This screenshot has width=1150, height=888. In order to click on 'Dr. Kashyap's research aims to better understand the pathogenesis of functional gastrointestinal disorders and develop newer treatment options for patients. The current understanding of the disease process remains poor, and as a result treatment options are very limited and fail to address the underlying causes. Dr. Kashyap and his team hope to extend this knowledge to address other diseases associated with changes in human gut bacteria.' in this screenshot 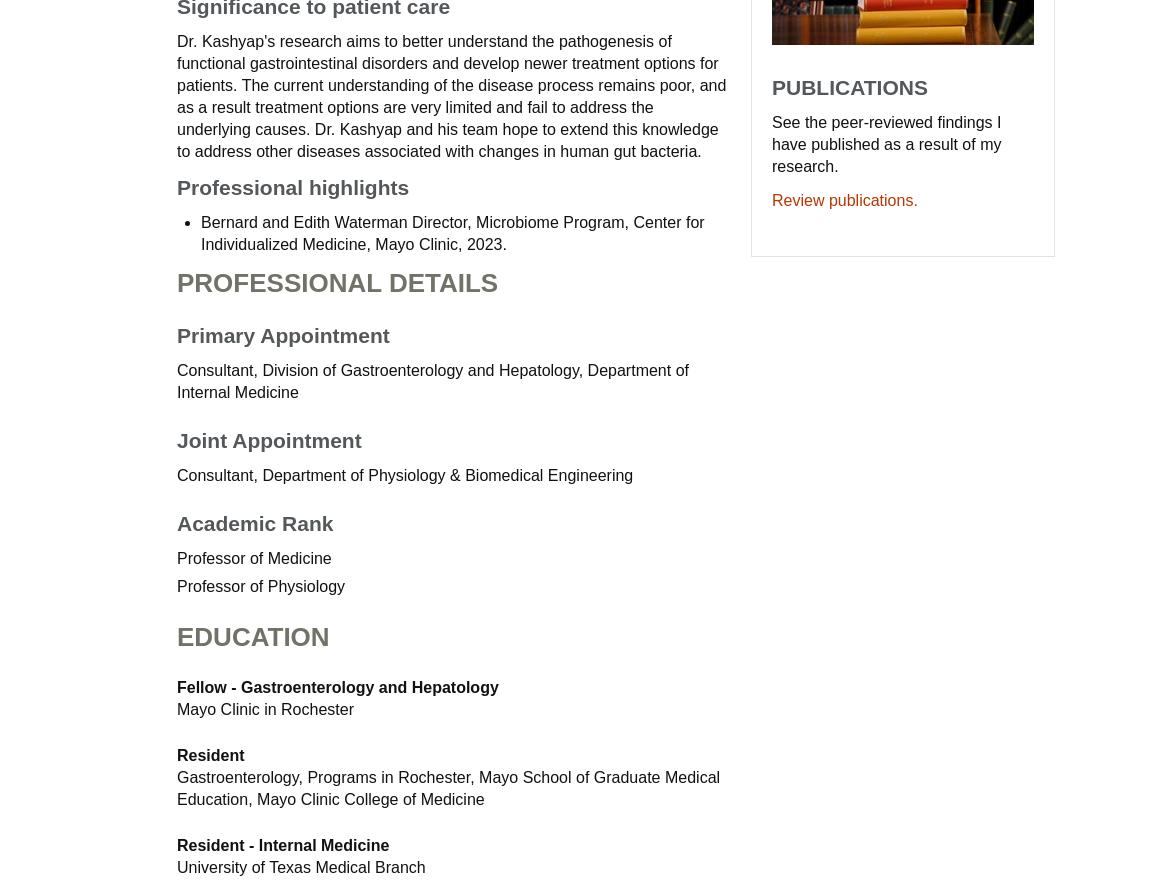, I will do `click(451, 95)`.